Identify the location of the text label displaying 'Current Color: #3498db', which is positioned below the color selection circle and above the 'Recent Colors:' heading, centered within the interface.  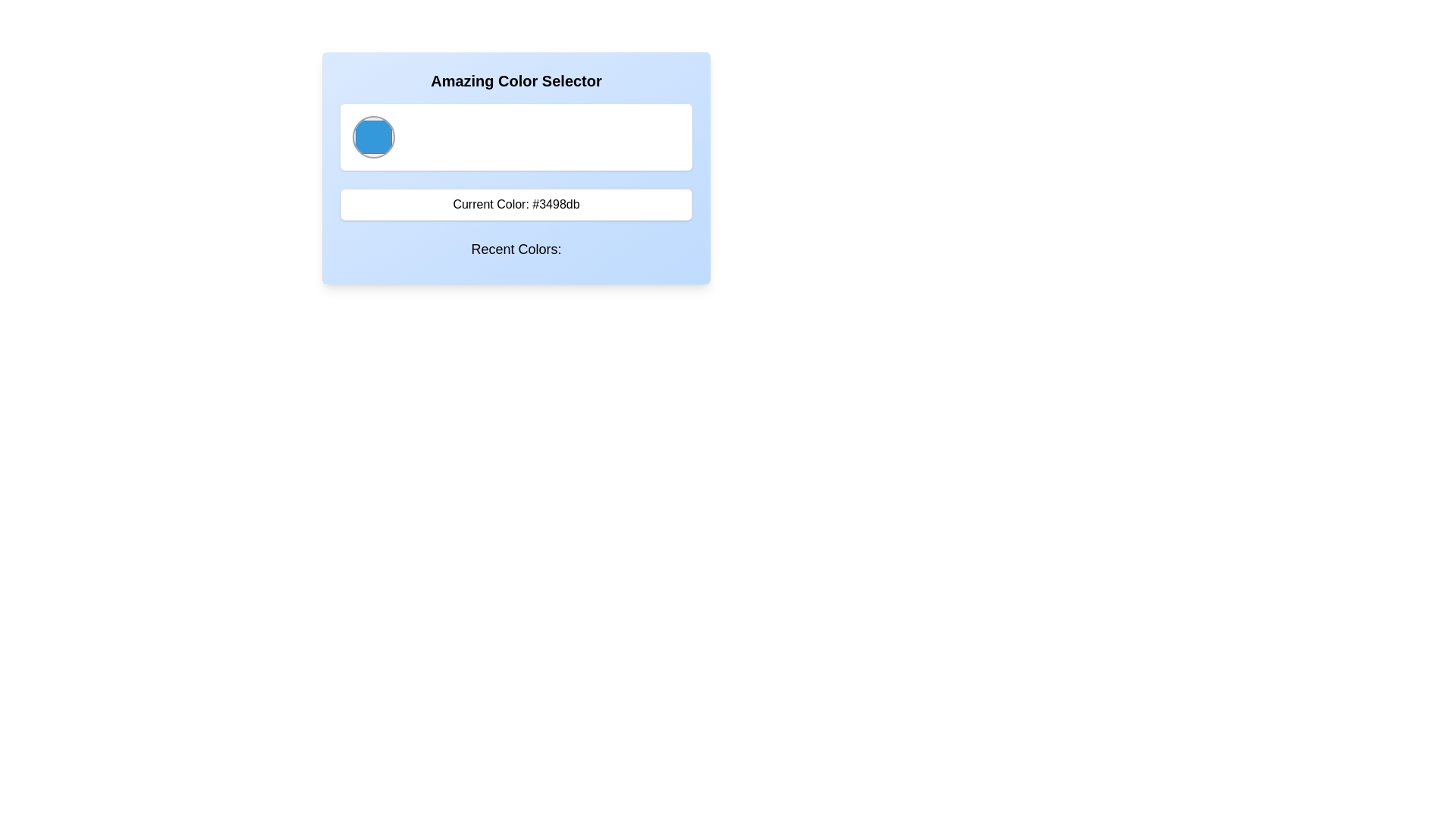
(516, 205).